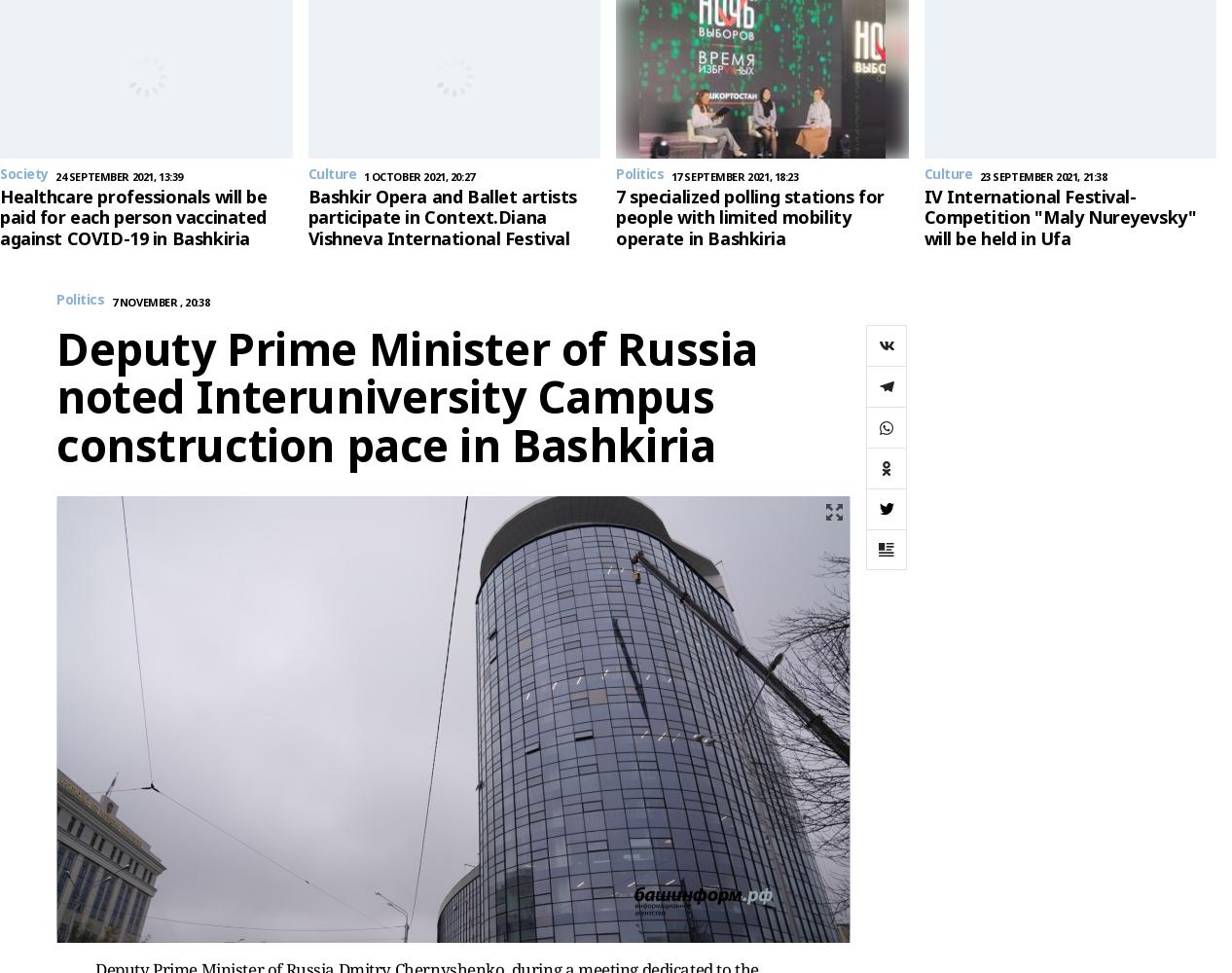 The width and height of the screenshot is (1232, 973). I want to click on '23 September 2021, 21:38', so click(978, 175).